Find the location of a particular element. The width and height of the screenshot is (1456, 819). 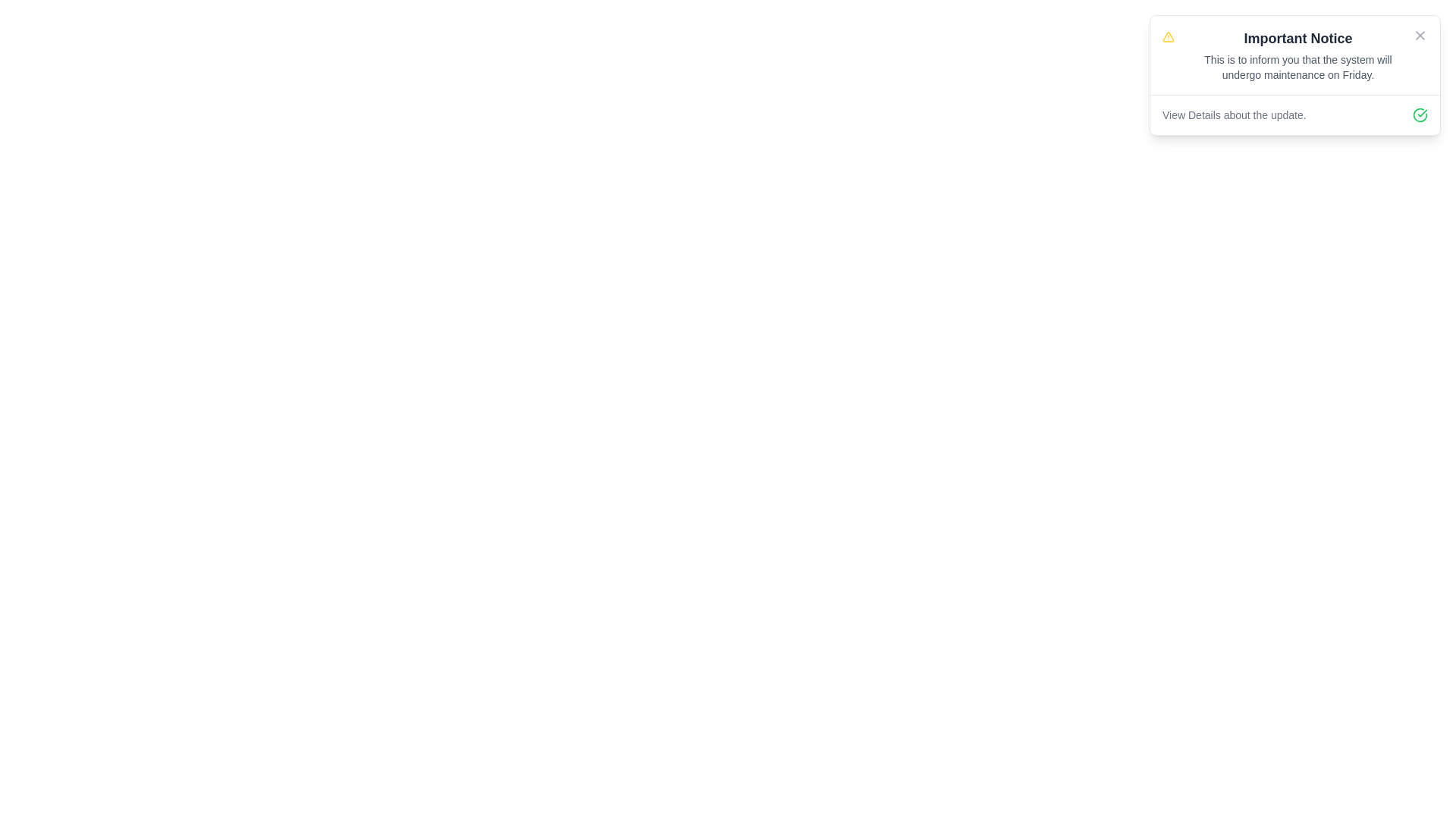

the text block that says 'View Details about the update.' and its accompanying green circular icon with a white checkmark is located at coordinates (1294, 114).